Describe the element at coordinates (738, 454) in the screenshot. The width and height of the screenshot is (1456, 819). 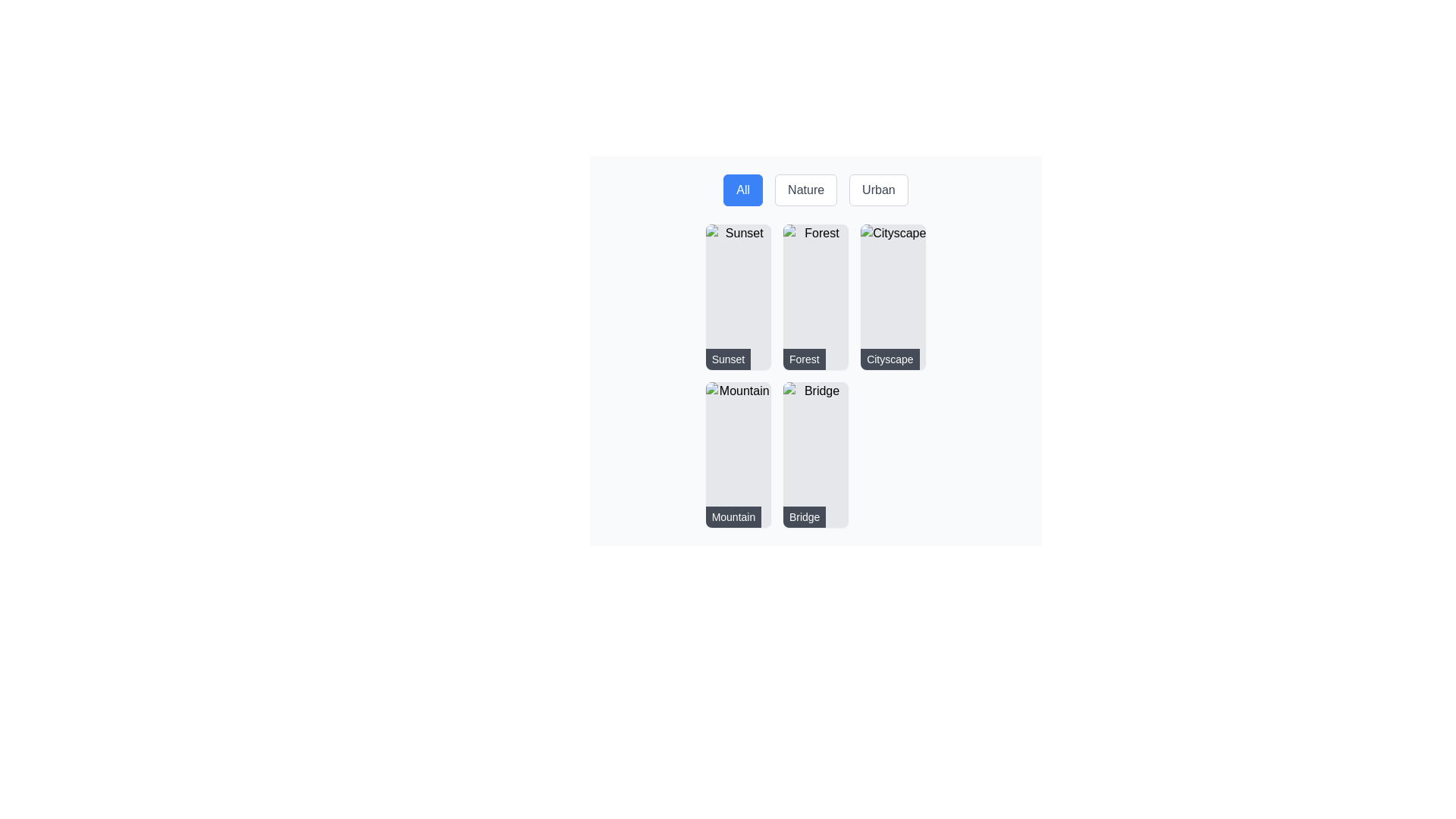
I see `the 'Mountain' card component located in the second row, first column of the grid layout` at that location.